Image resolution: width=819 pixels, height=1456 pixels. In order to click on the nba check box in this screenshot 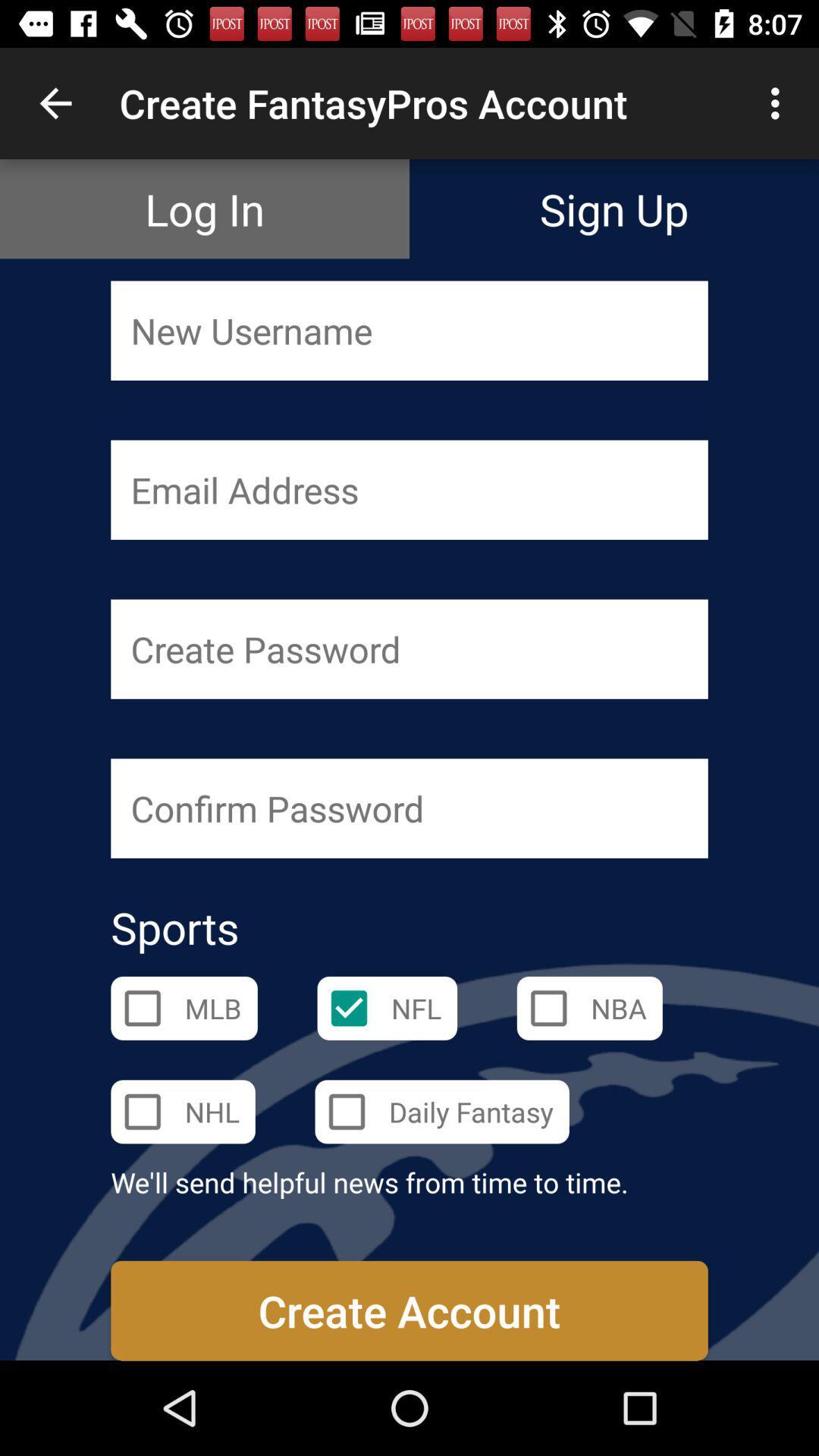, I will do `click(549, 1008)`.